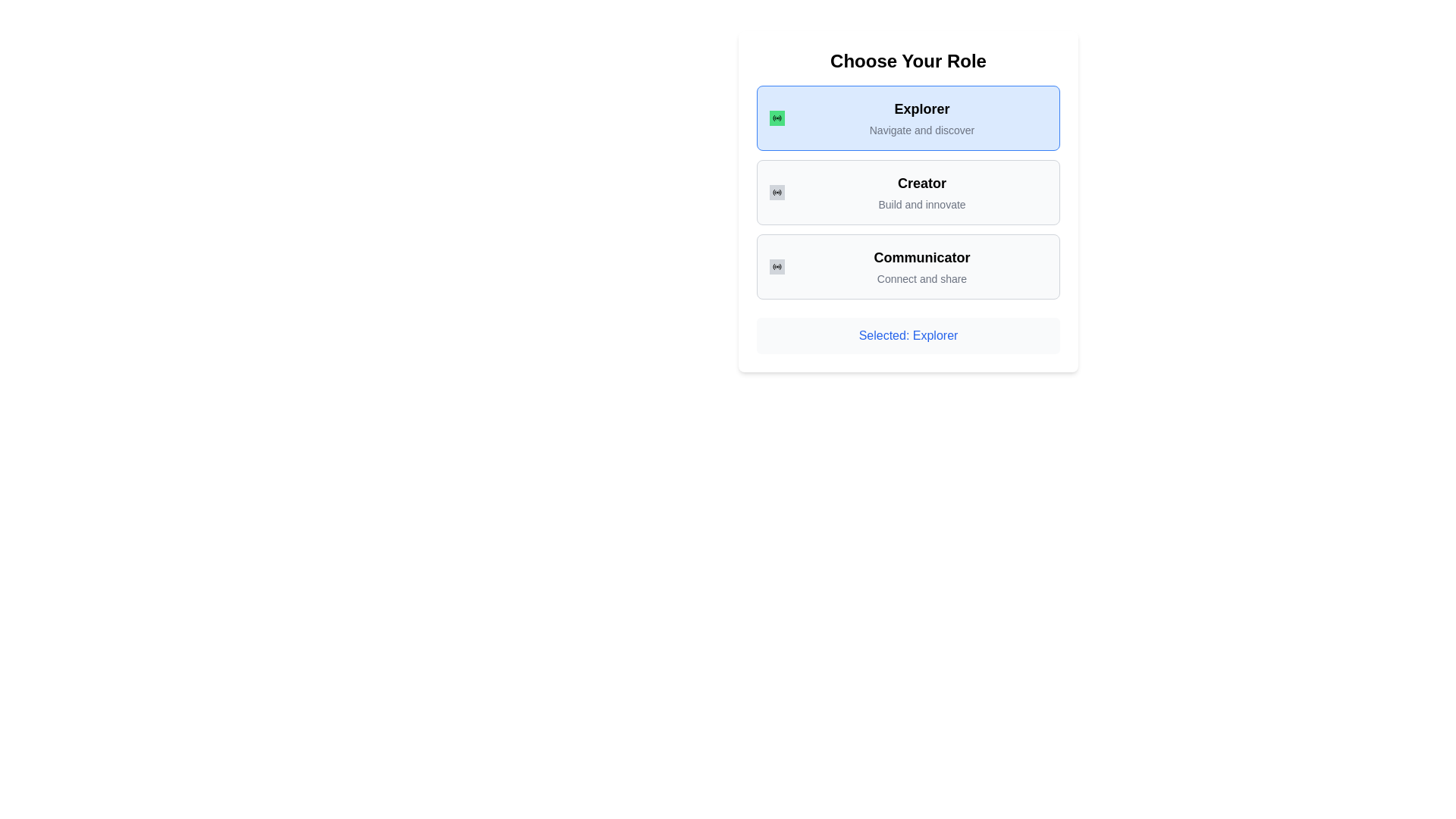  What do you see at coordinates (921, 205) in the screenshot?
I see `the text element that reads 'Build and innovate' styled in gray font, located beneath the title 'Creator' in the option section for role selections` at bounding box center [921, 205].